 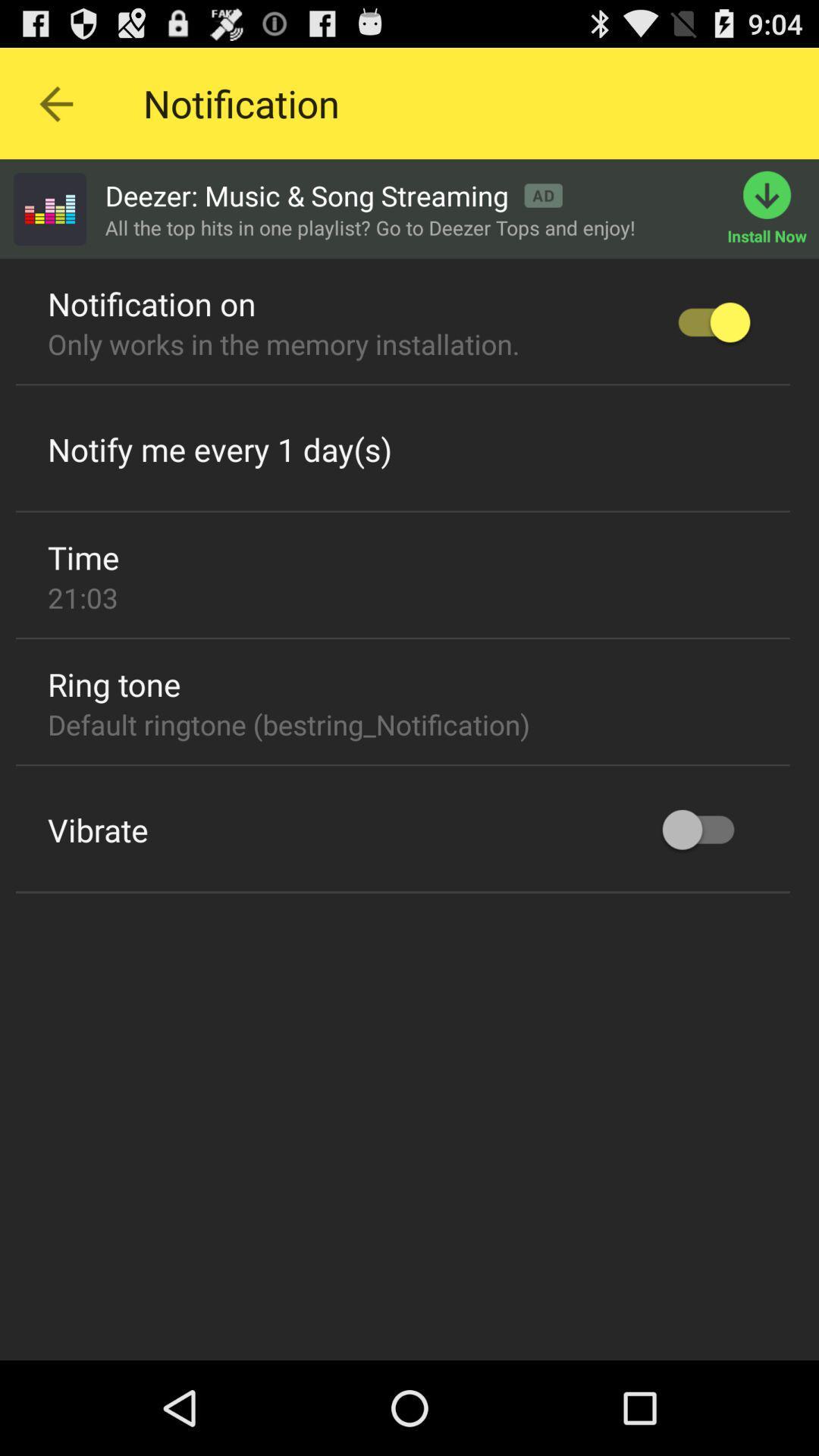 What do you see at coordinates (402, 512) in the screenshot?
I see `item below the notify me every icon` at bounding box center [402, 512].